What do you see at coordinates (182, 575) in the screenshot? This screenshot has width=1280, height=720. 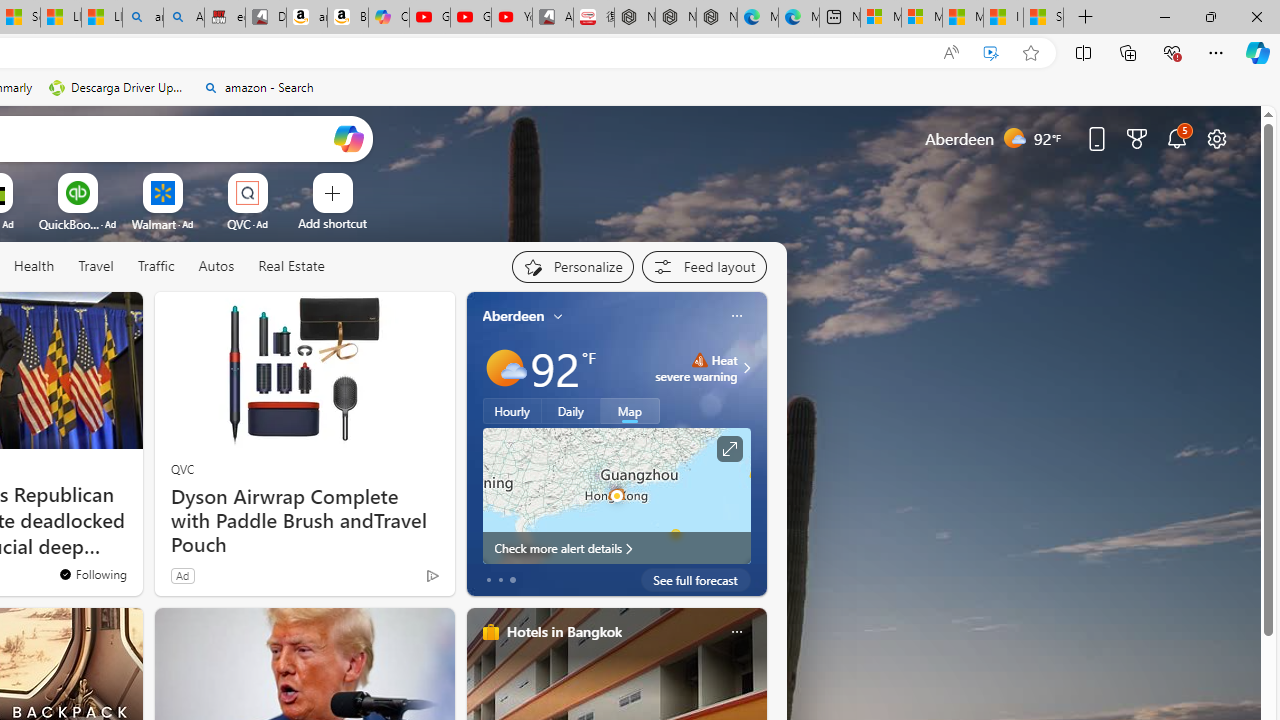 I see `'Ad'` at bounding box center [182, 575].